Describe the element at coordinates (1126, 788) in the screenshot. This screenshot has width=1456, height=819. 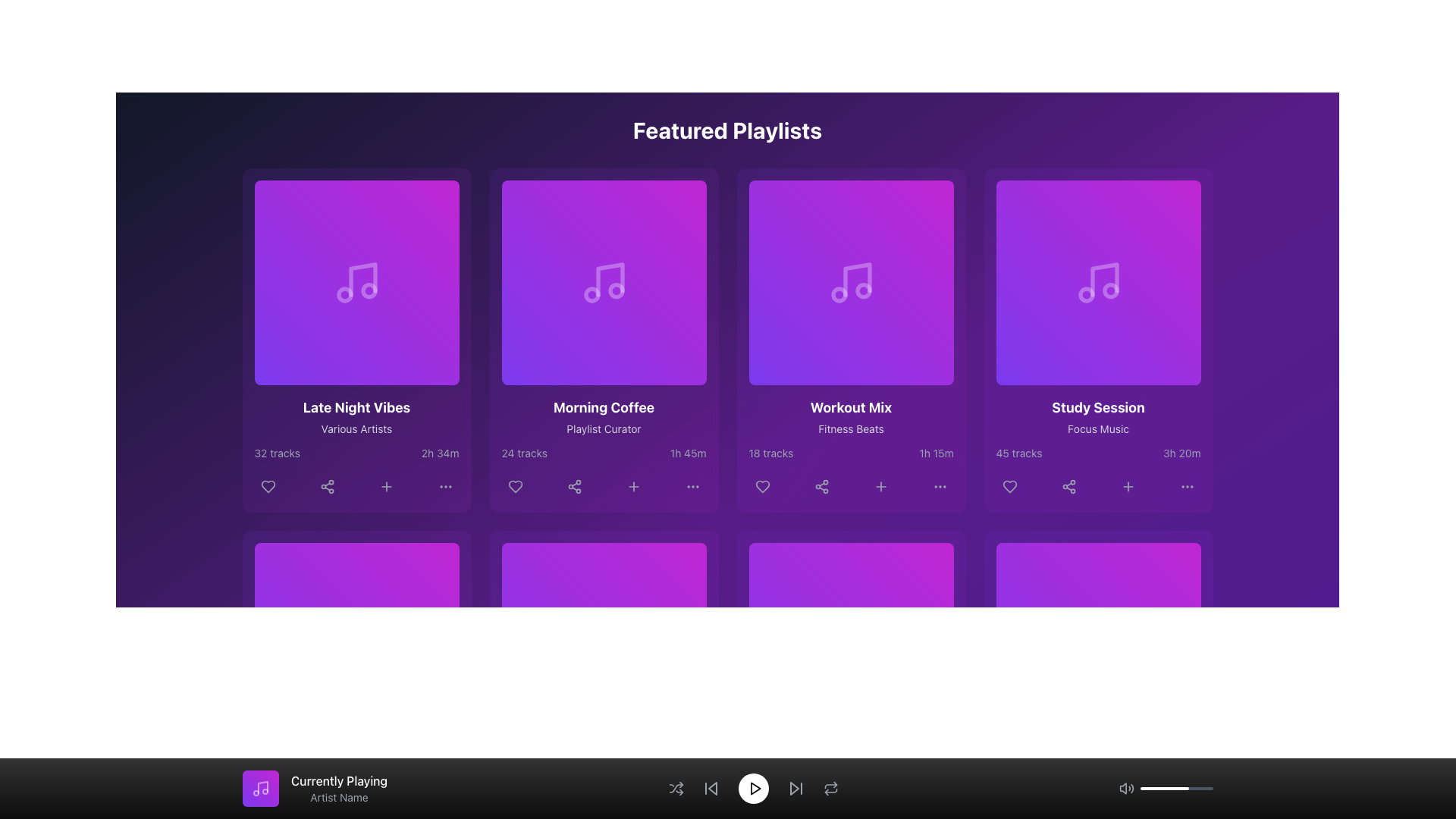
I see `the current state of the speaker icon in the media control toolbar, which resembles a speaker emitting sound waves and is located on the leftmost side of the player controls` at that location.